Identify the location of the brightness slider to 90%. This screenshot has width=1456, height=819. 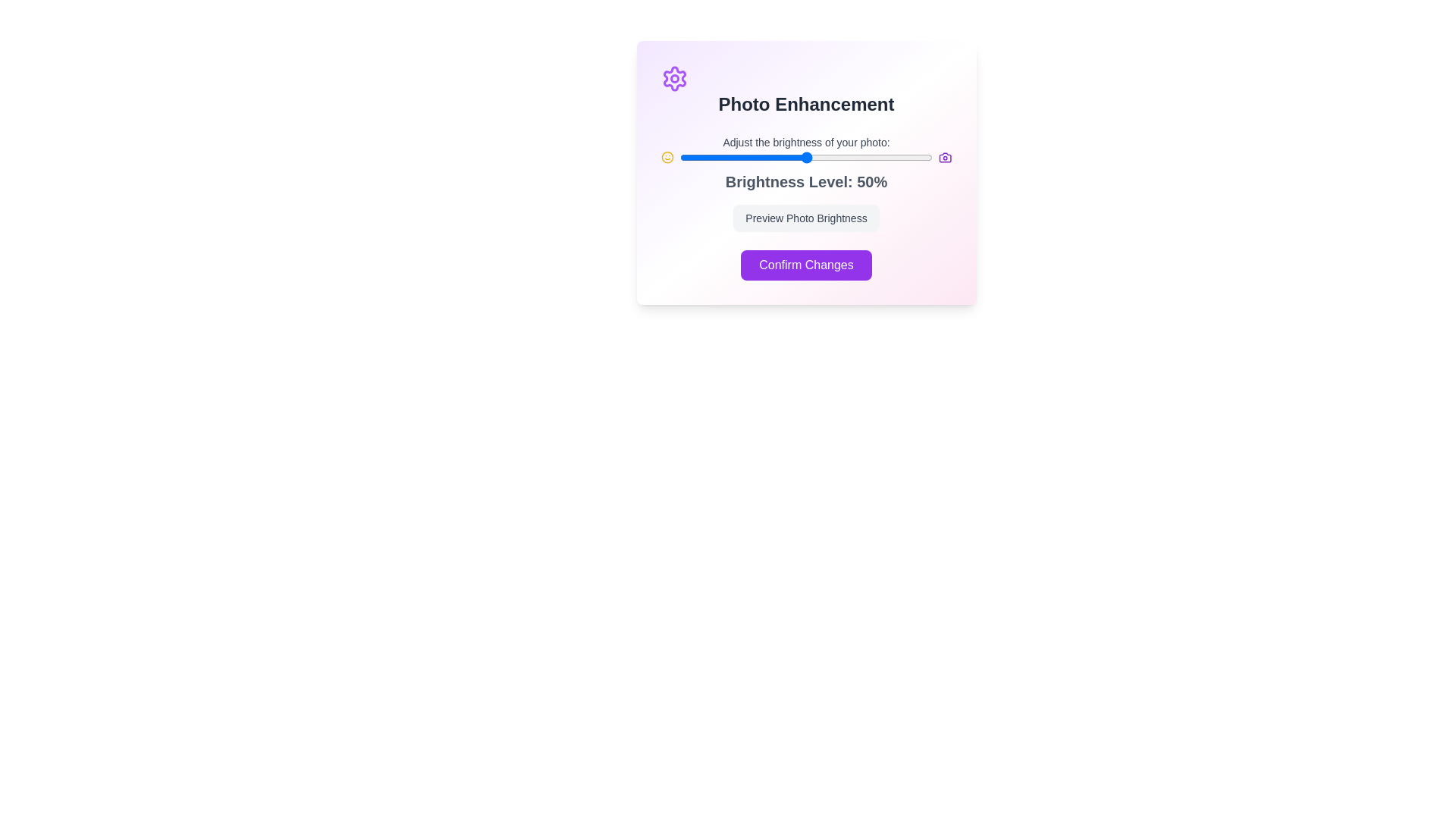
(907, 158).